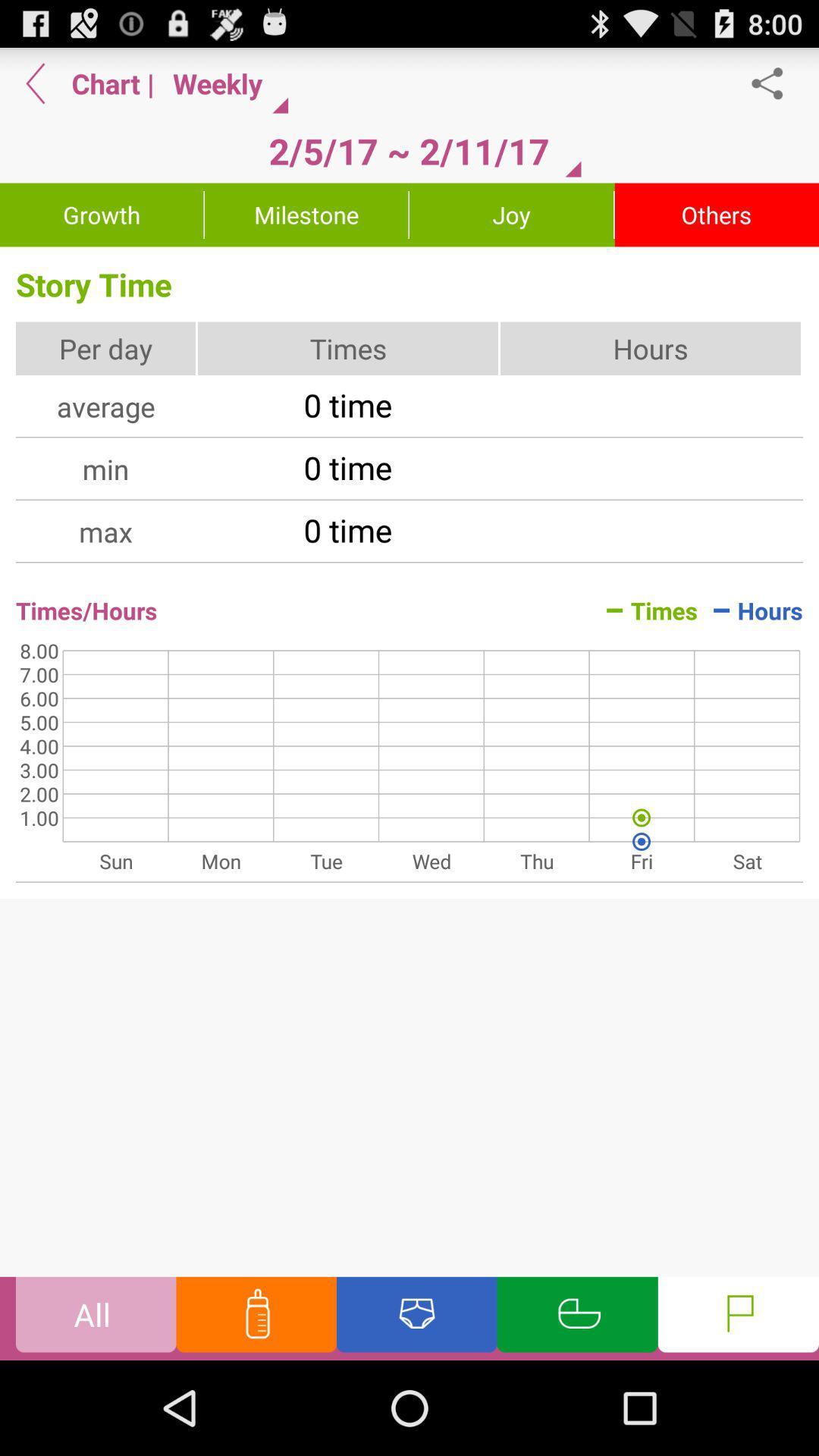 The width and height of the screenshot is (819, 1456). What do you see at coordinates (35, 83) in the screenshot?
I see `item to the left of chart app` at bounding box center [35, 83].